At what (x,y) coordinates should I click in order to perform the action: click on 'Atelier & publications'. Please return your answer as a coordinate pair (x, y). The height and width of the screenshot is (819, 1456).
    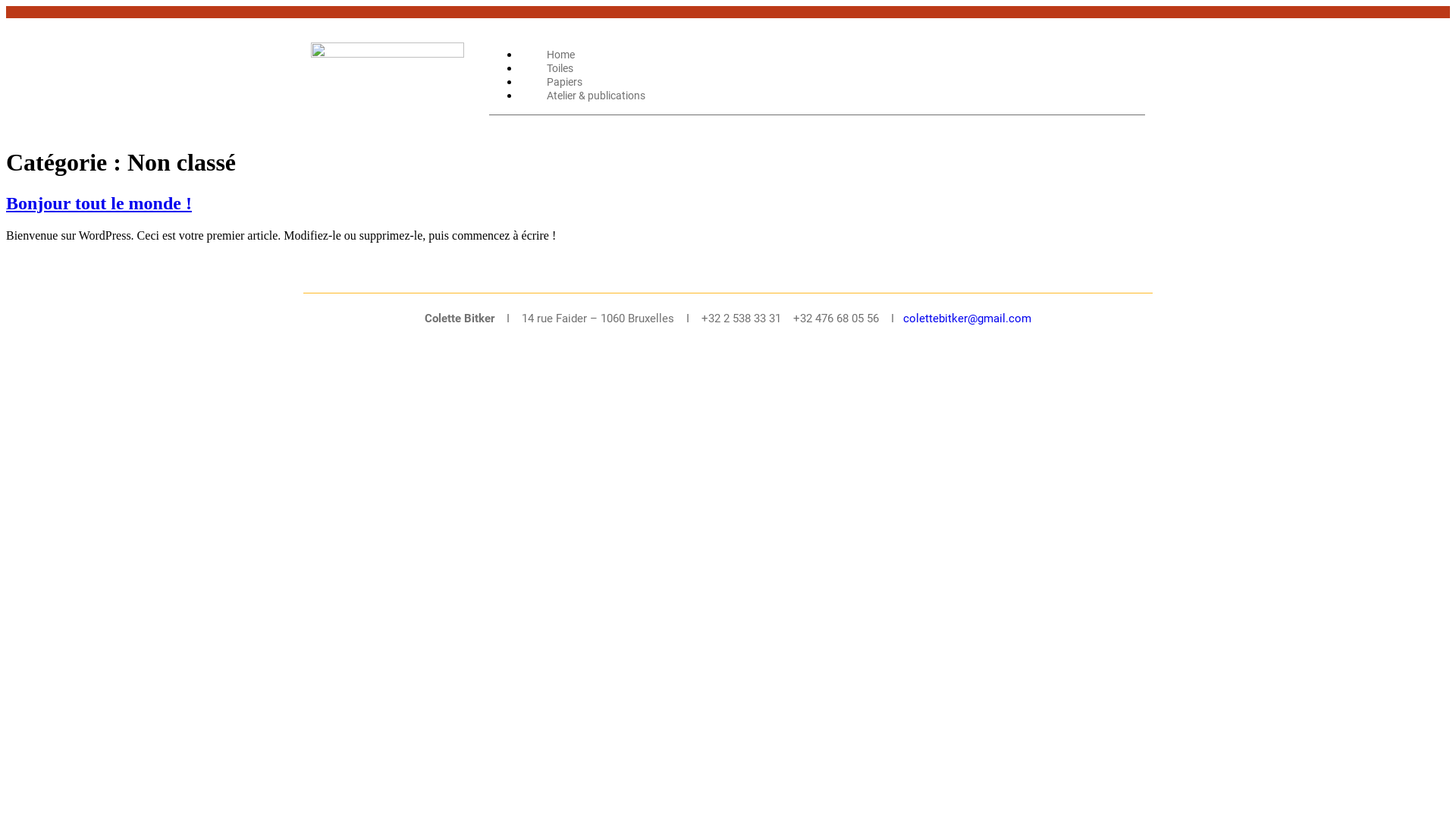
    Looking at the image, I should click on (595, 96).